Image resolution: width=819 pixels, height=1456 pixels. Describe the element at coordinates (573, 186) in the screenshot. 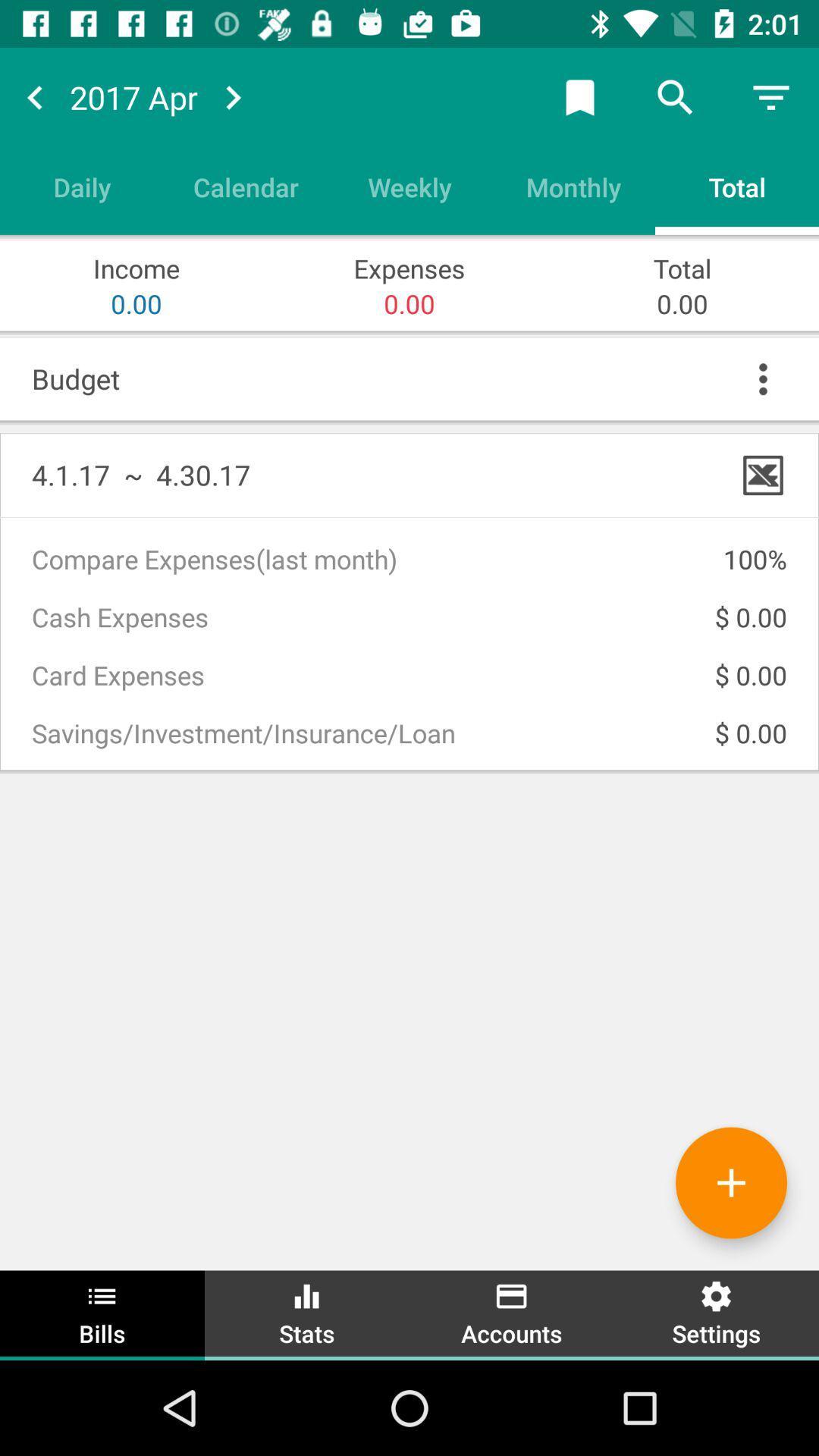

I see `the monthly item` at that location.